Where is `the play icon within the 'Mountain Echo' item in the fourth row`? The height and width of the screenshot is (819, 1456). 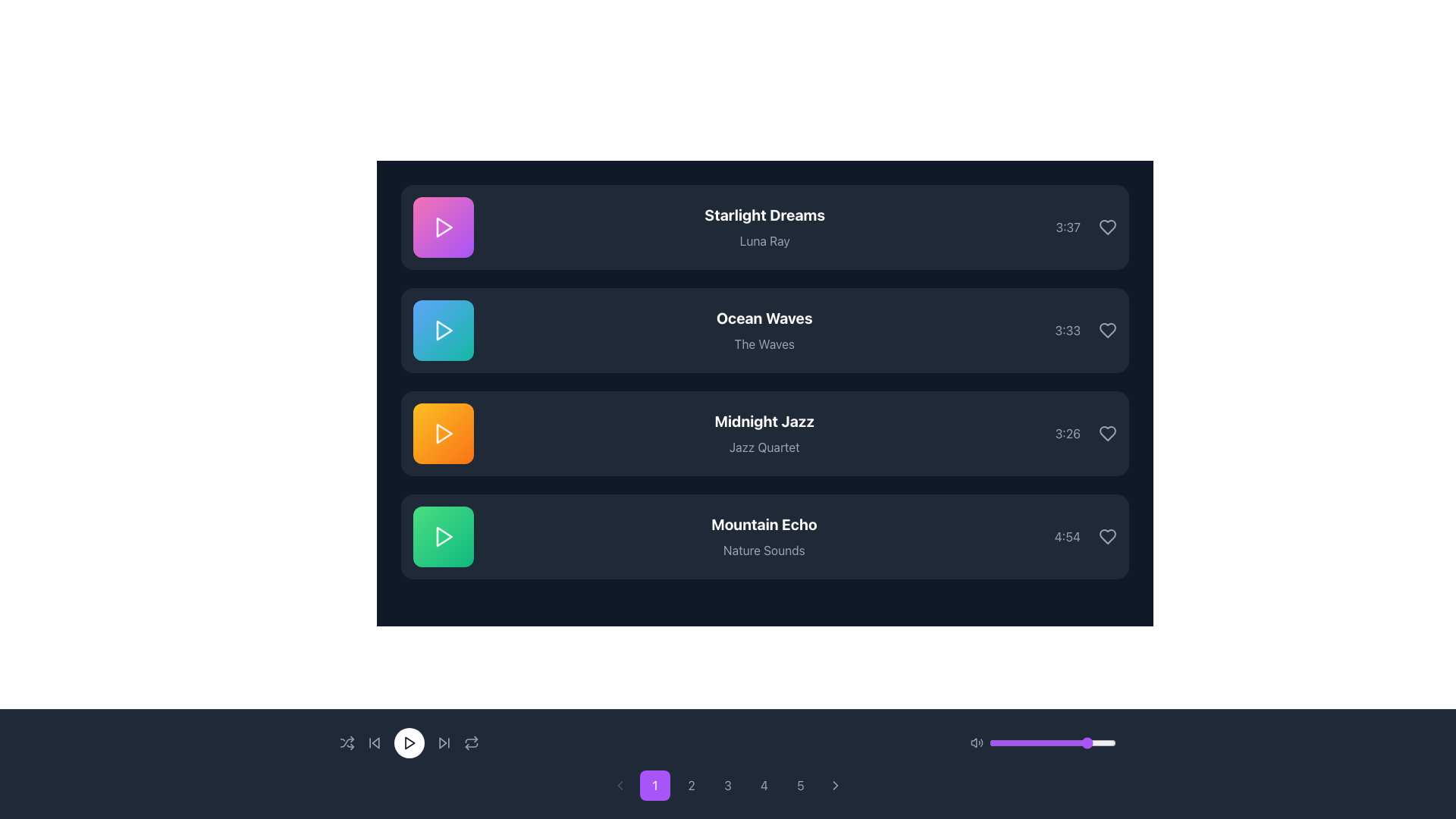 the play icon within the 'Mountain Echo' item in the fourth row is located at coordinates (443, 536).